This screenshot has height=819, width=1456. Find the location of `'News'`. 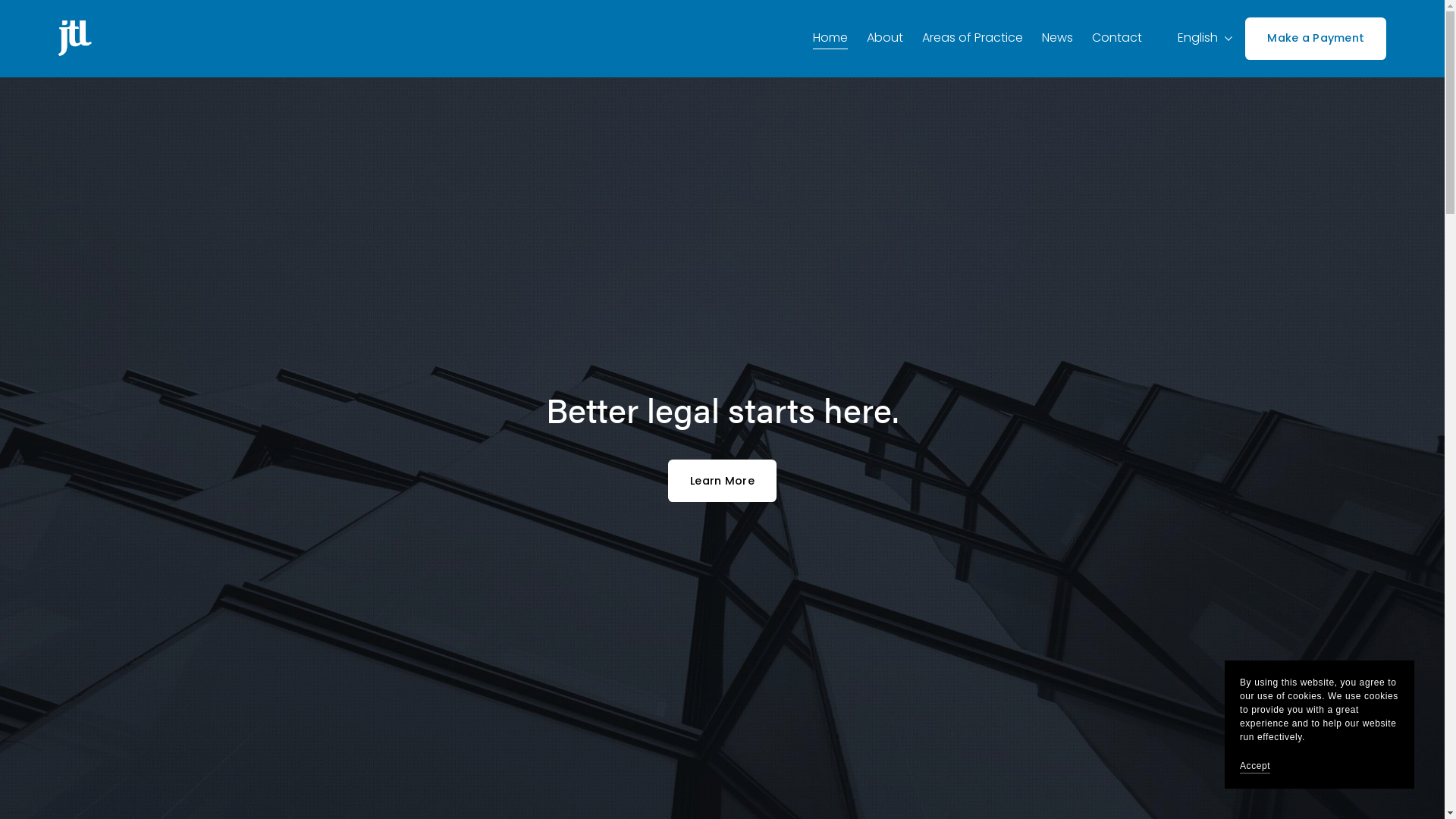

'News' is located at coordinates (1056, 37).